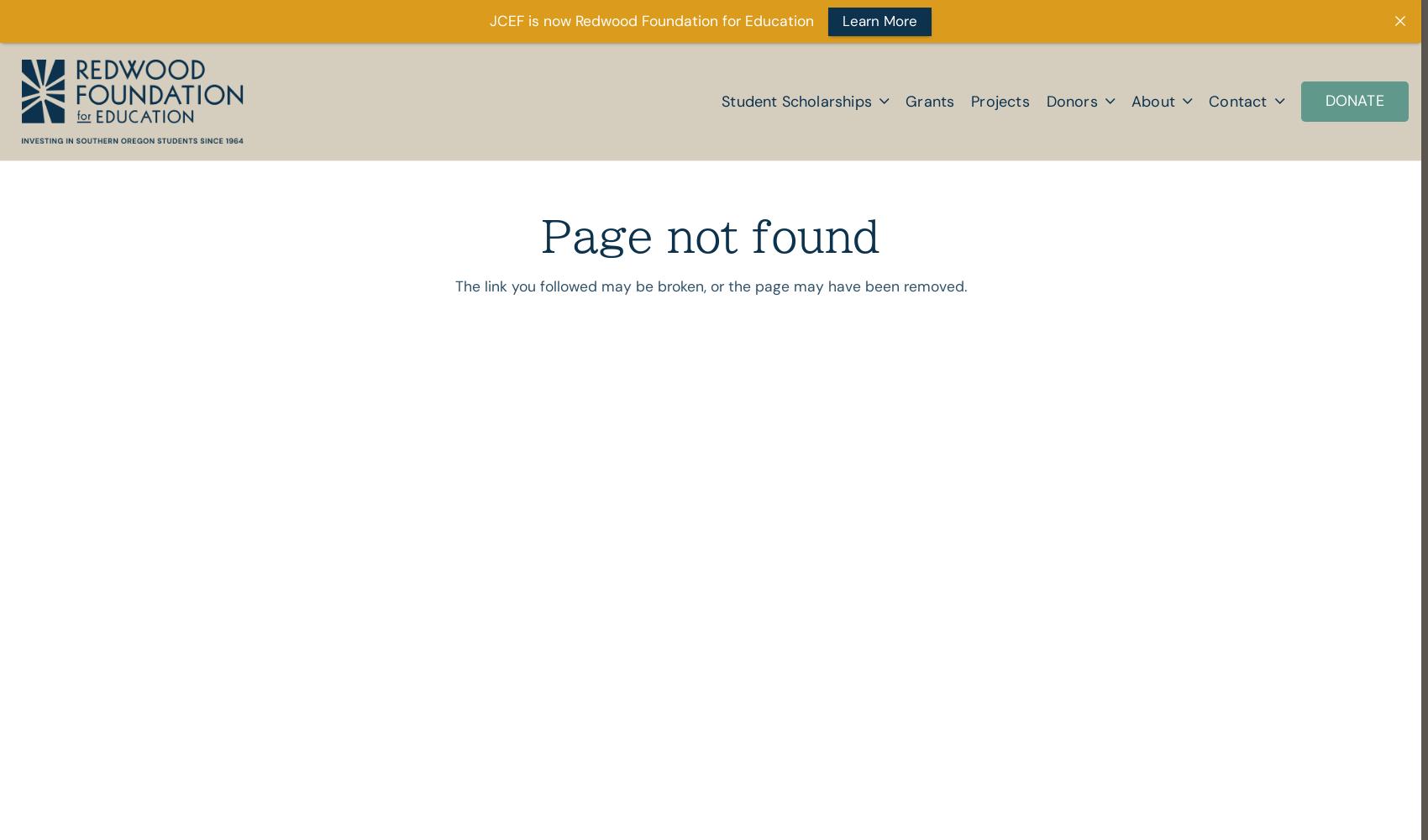 The height and width of the screenshot is (840, 1428). I want to click on 'Board of Directors', so click(1139, 289).